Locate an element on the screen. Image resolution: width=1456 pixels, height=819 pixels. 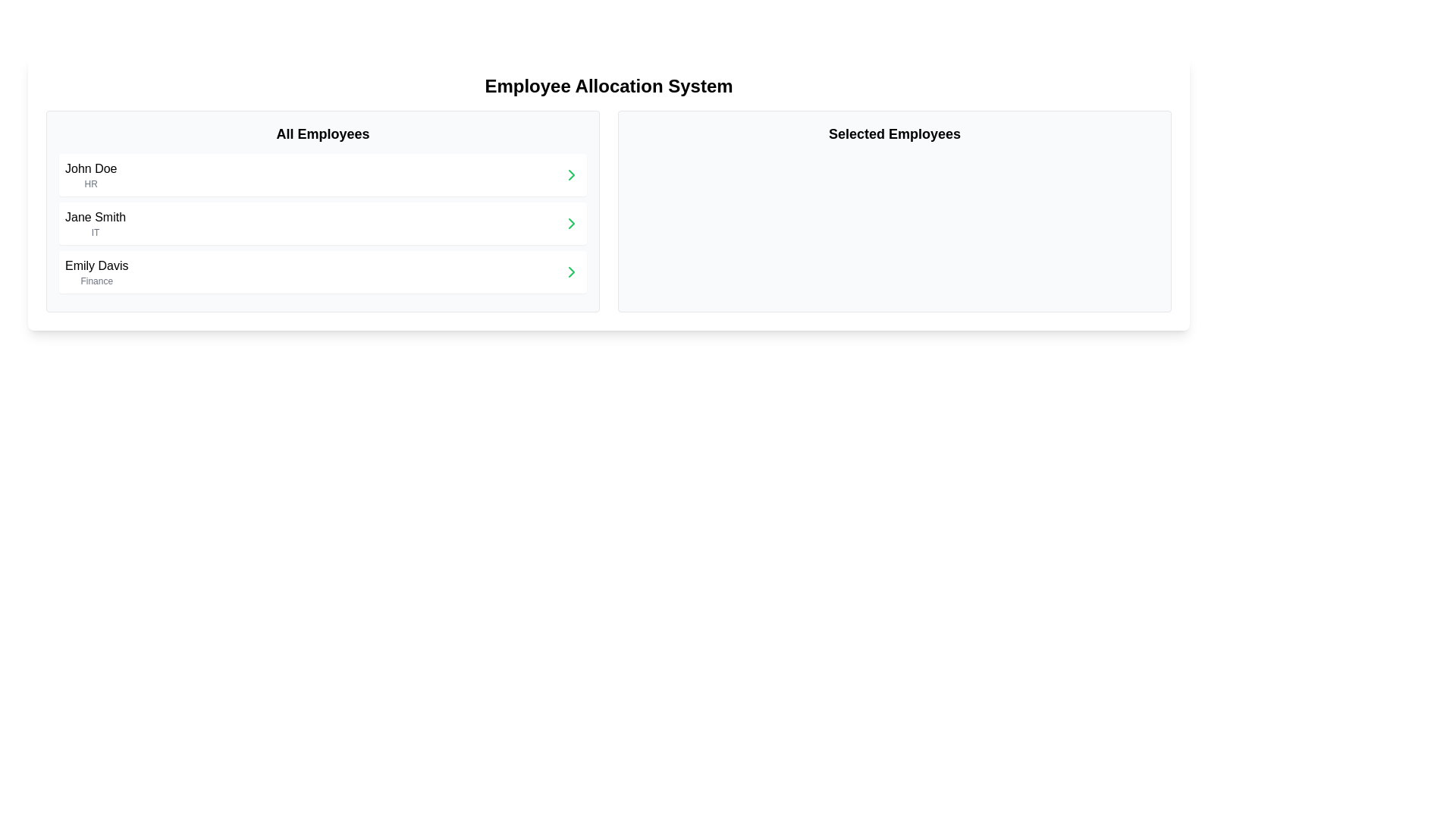
the button or icon located to the far right of 'John Doe HR' in the 'All Employees' section is located at coordinates (570, 174).